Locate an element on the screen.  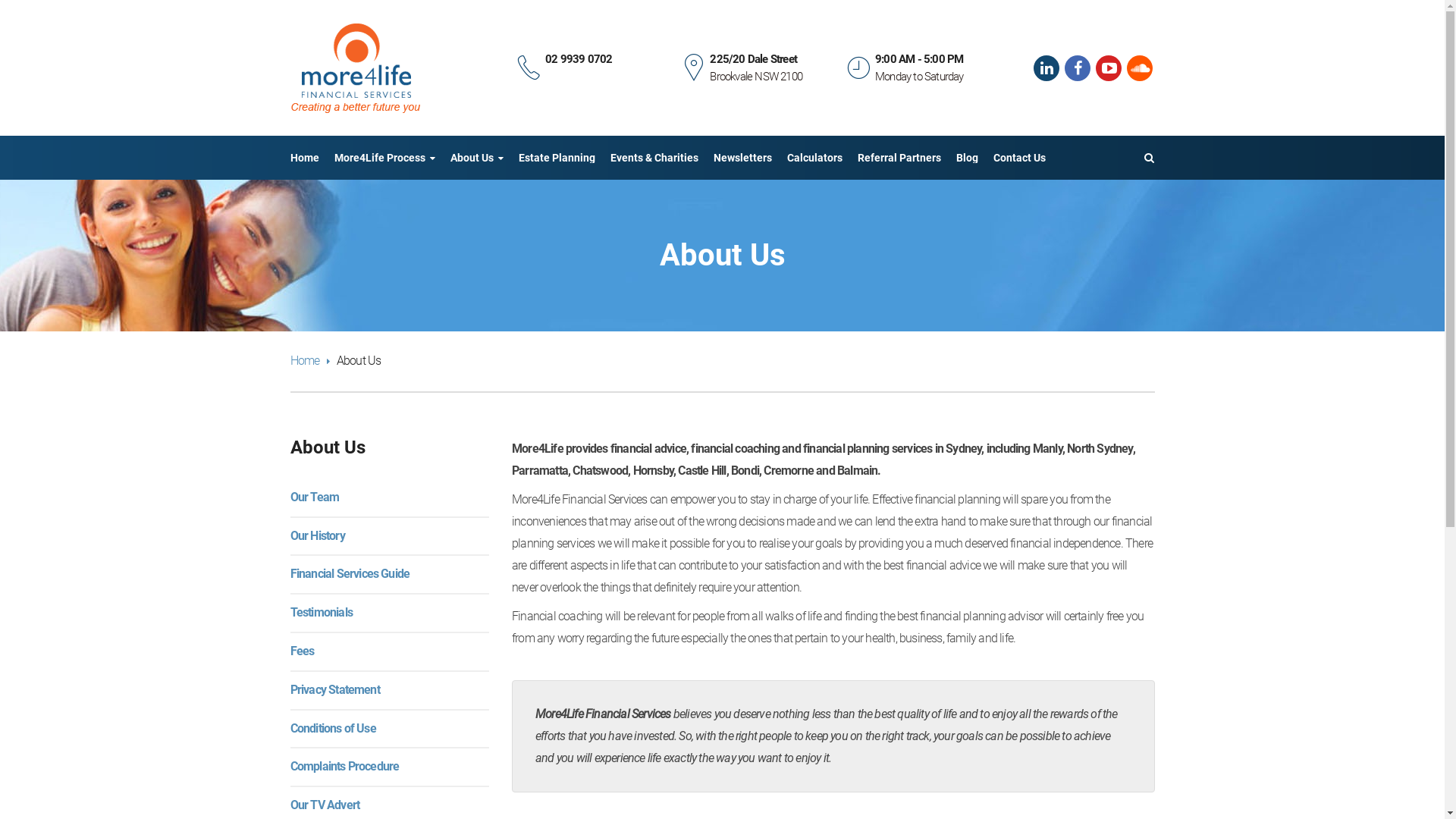
'Newsletters' is located at coordinates (742, 158).